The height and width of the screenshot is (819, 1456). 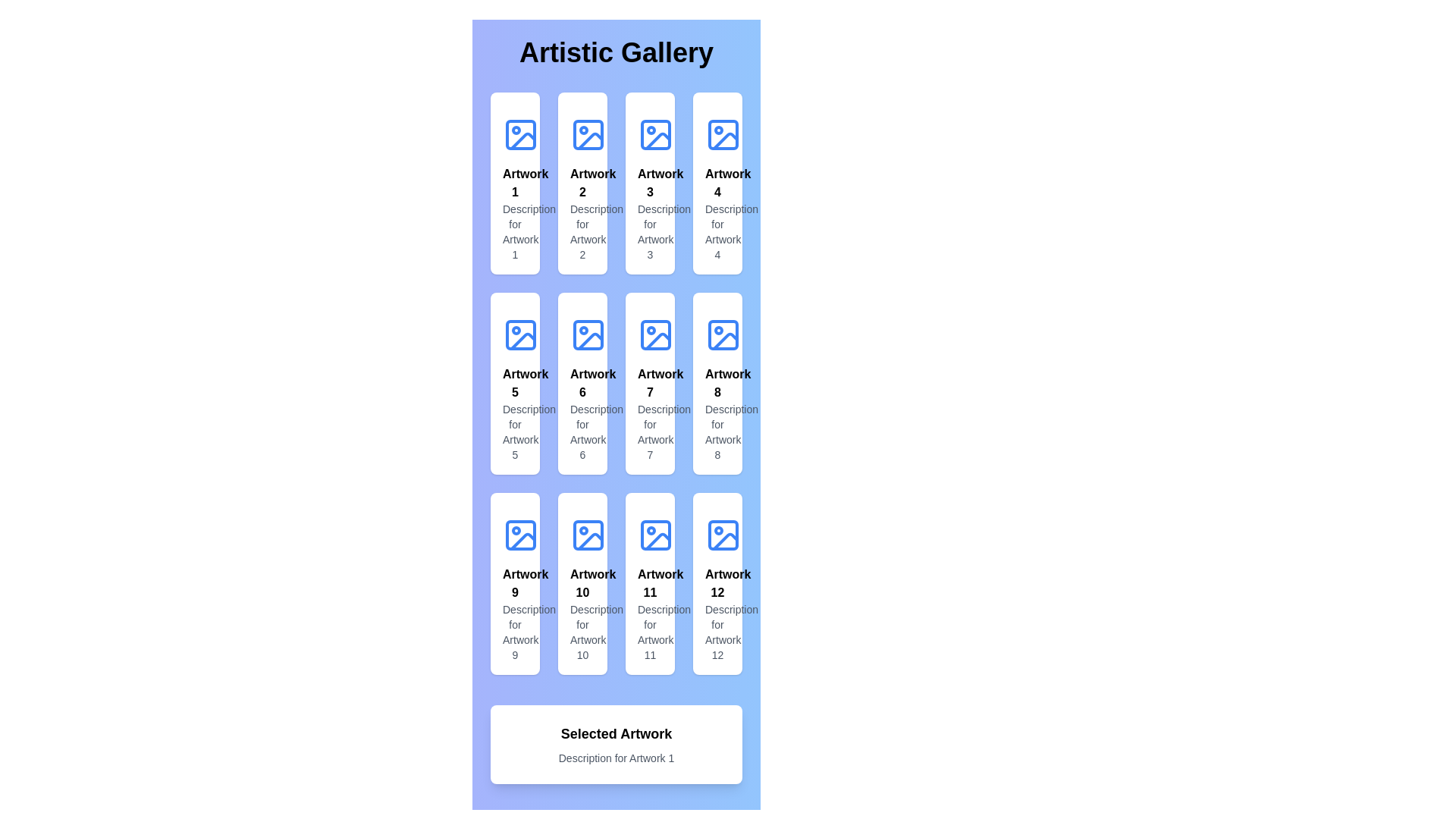 I want to click on the visual representative icon for 'Artwork 12', which is located in the fourth column of the last visible row in the grid layout, so click(x=723, y=534).